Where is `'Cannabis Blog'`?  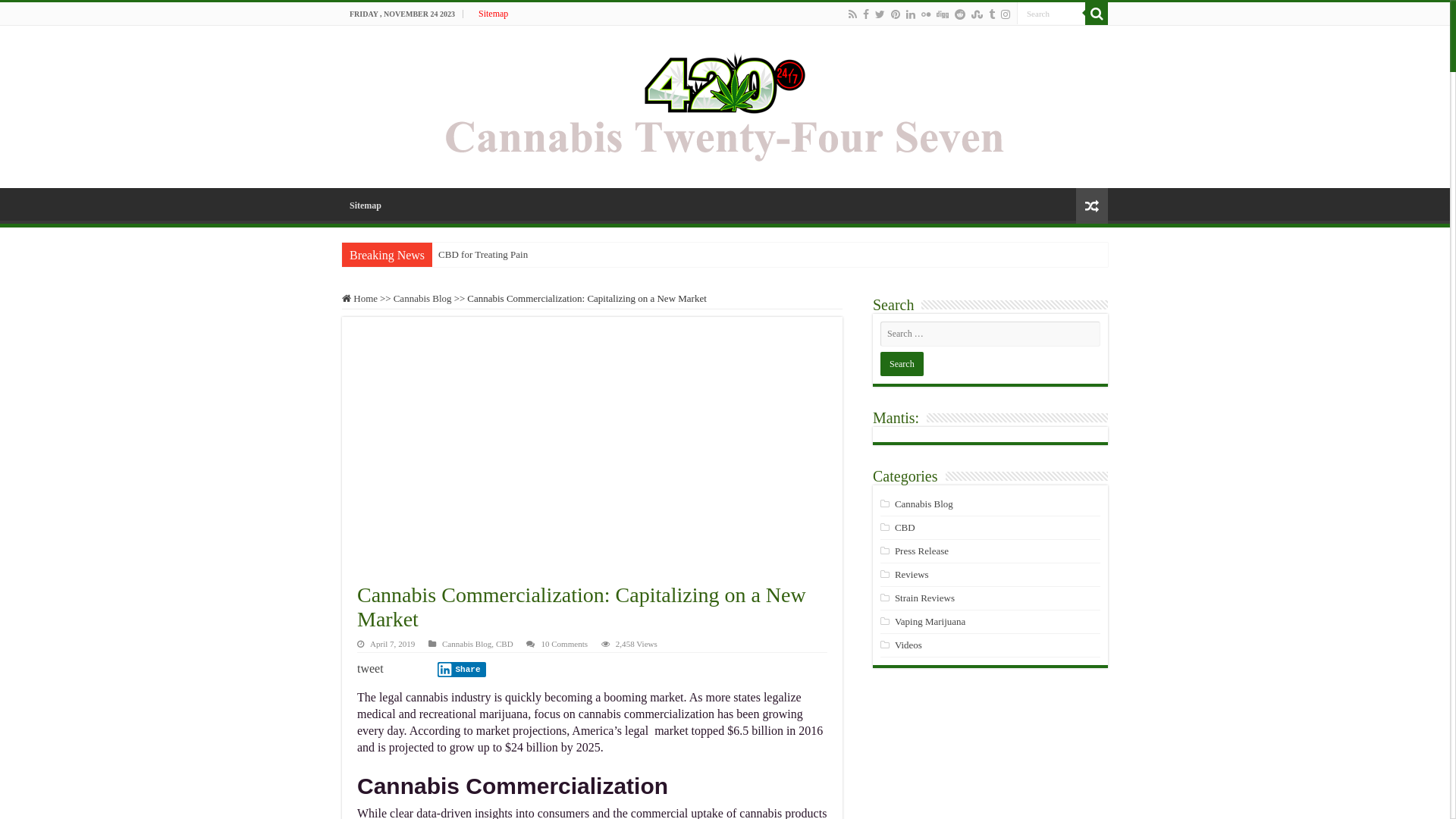 'Cannabis Blog' is located at coordinates (895, 504).